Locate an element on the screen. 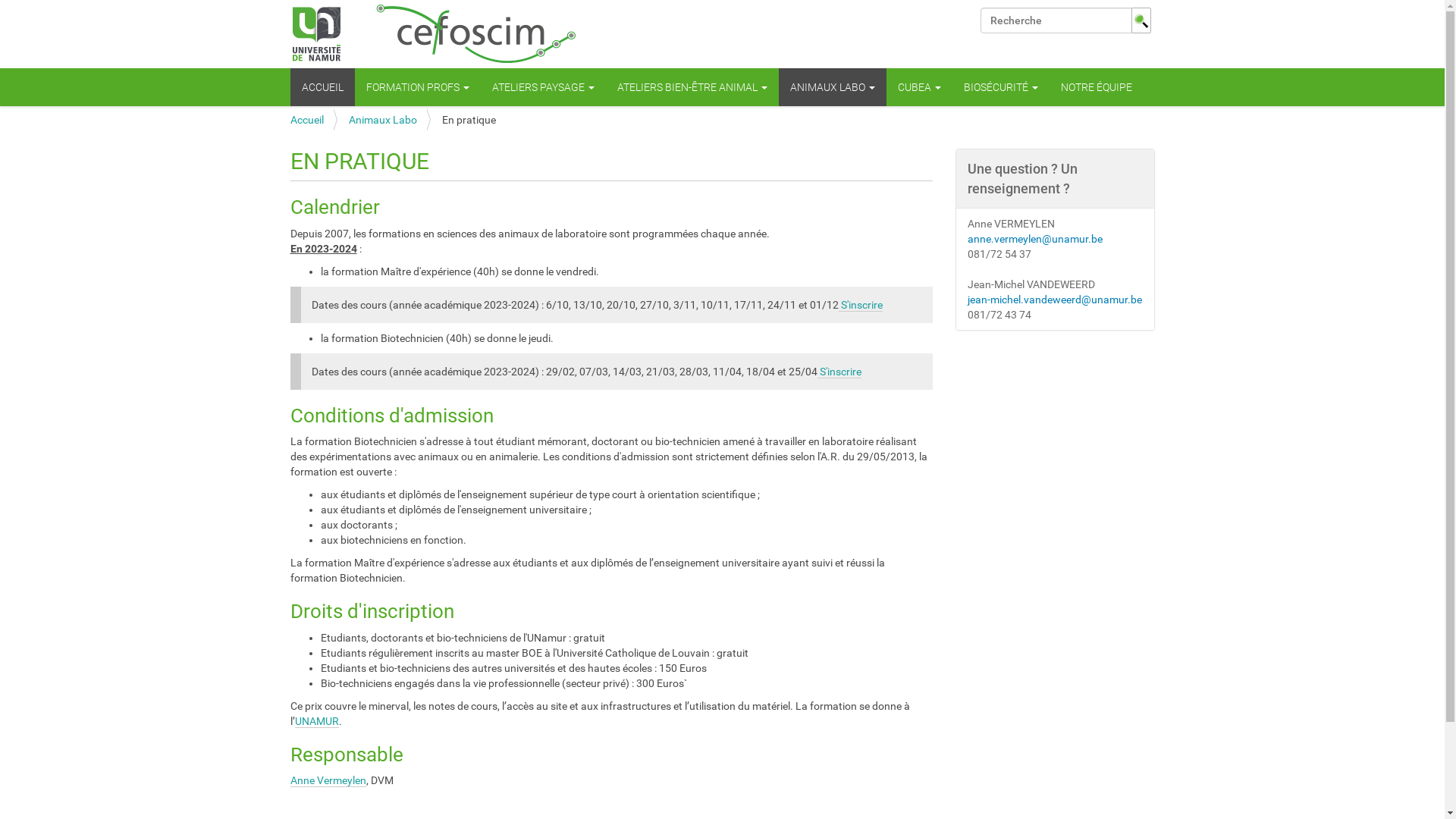 This screenshot has width=1456, height=819. 'ATELIERS PAYSAGE' is located at coordinates (543, 87).